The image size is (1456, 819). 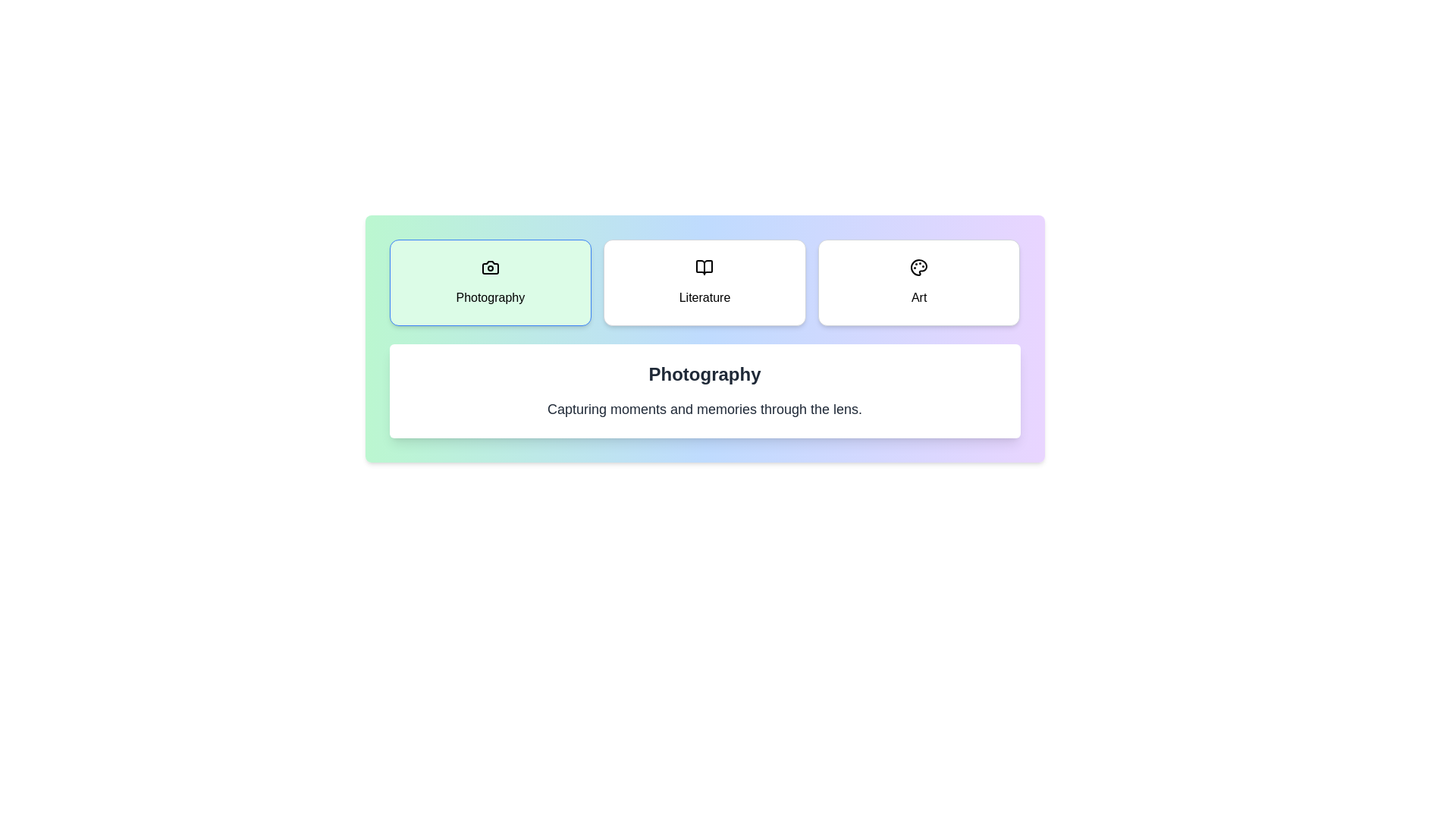 I want to click on the 'Art' category button, which has a rounded white background and a paint palette icon above the text 'Art', positioned as the rightmost element in a trio of buttons, so click(x=918, y=283).